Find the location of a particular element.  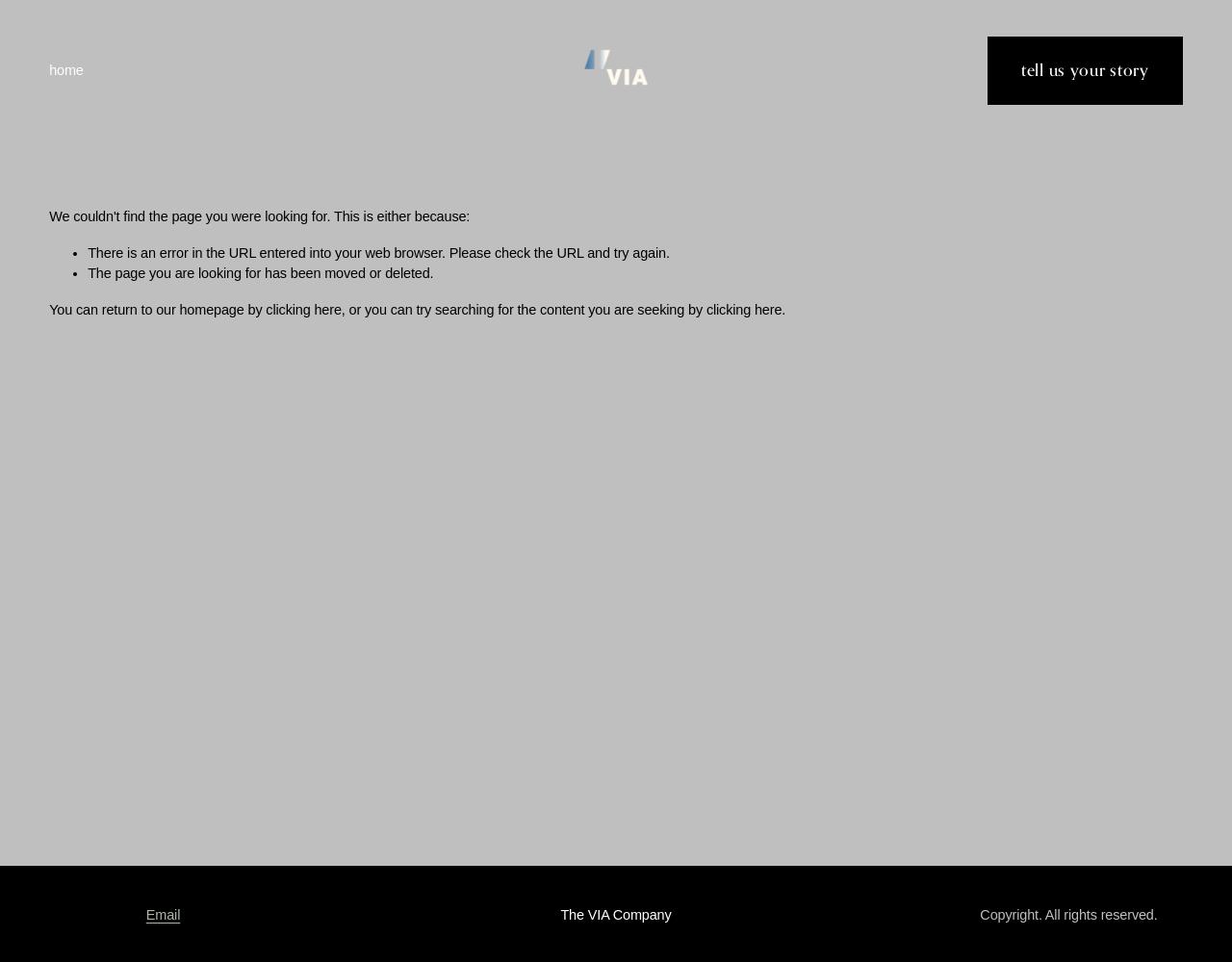

'Email' is located at coordinates (162, 913).